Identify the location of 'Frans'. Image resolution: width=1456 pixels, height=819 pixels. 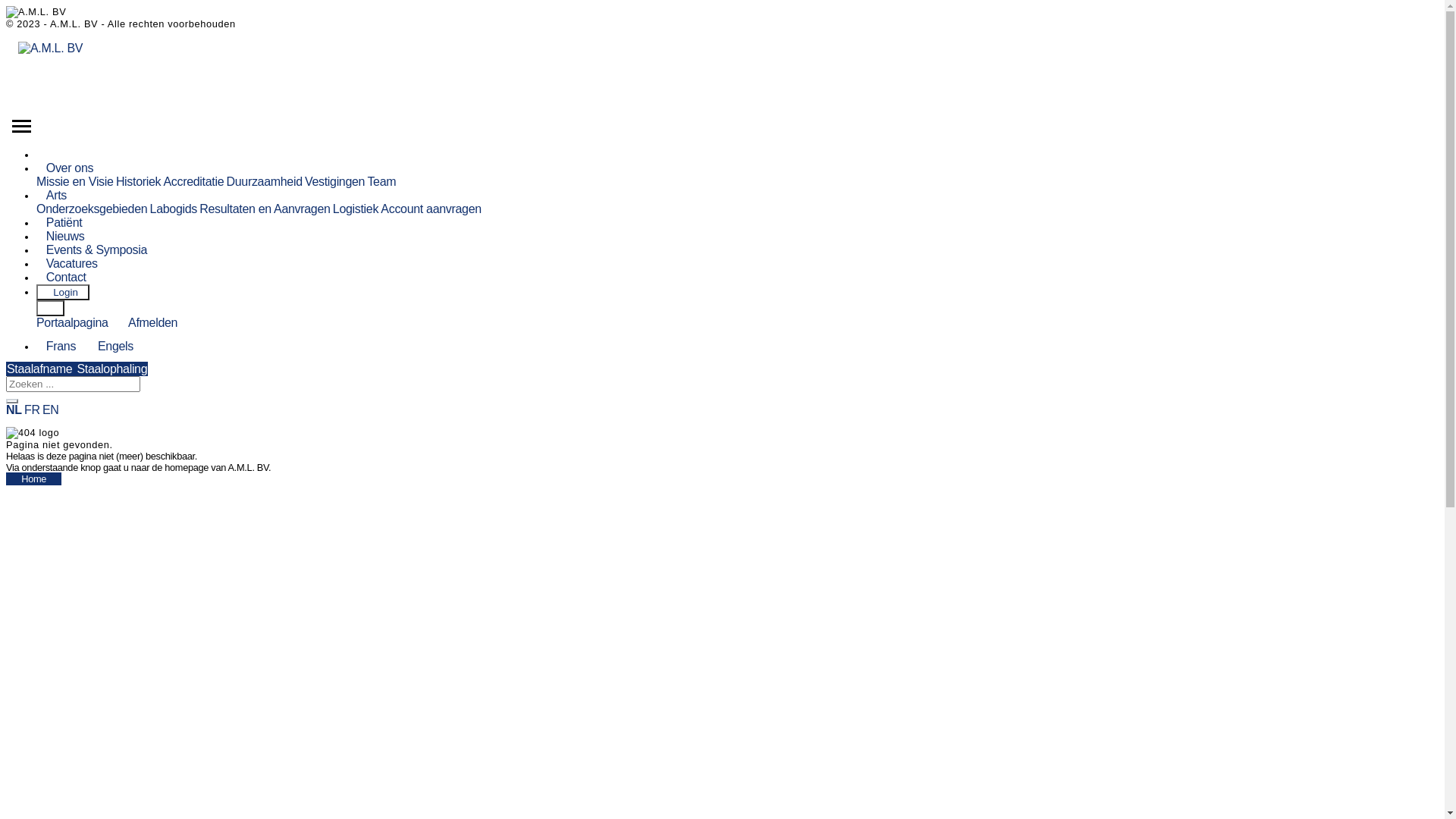
(61, 346).